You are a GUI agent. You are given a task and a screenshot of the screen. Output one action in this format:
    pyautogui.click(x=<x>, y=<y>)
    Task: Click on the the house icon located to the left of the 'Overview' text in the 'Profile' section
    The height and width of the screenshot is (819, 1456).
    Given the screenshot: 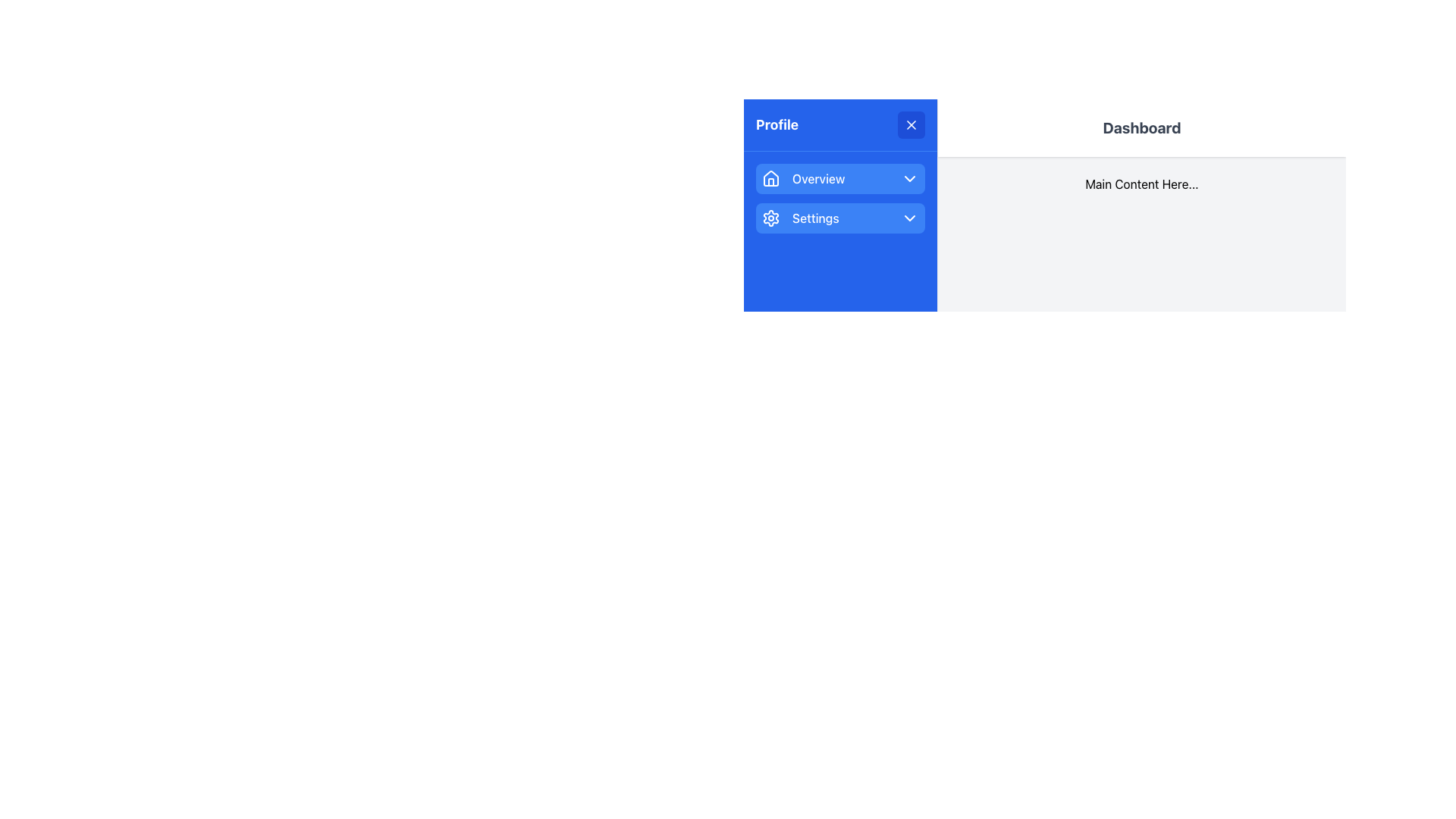 What is the action you would take?
    pyautogui.click(x=771, y=177)
    